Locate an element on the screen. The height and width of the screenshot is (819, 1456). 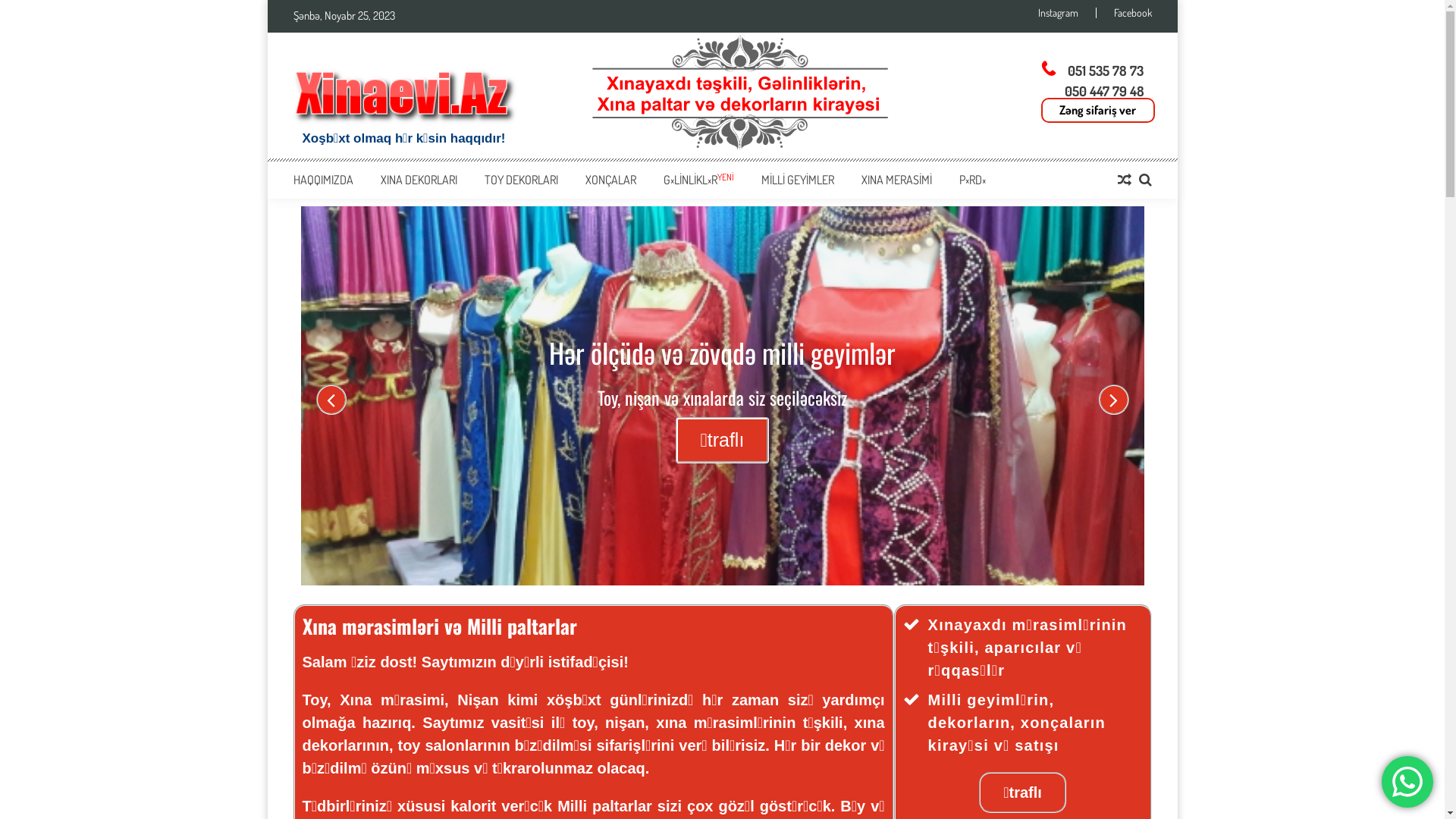
'MILLI GEYIMLER' is located at coordinates (796, 178).